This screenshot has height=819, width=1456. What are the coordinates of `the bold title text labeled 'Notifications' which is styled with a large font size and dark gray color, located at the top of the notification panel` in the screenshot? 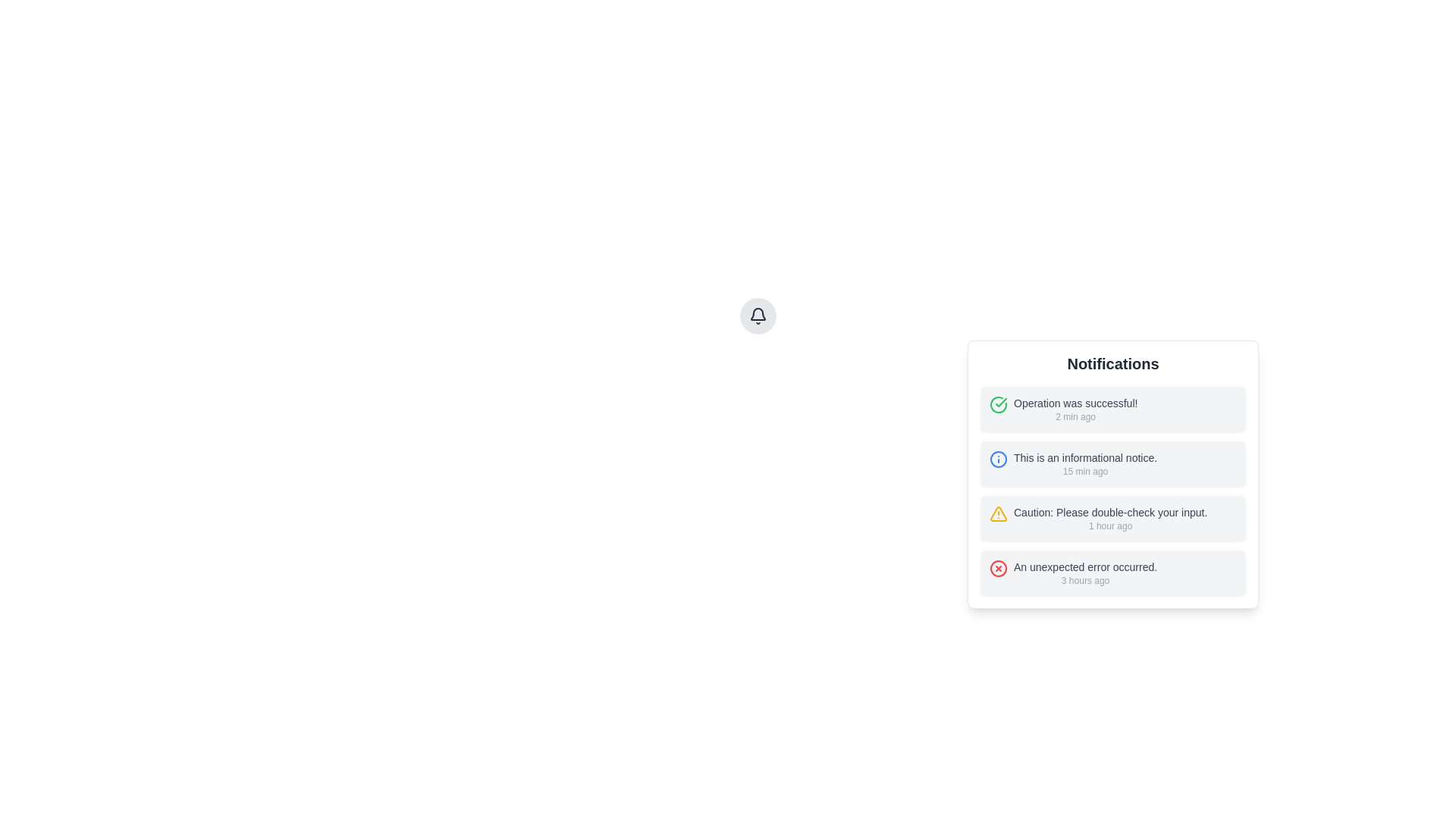 It's located at (1113, 363).